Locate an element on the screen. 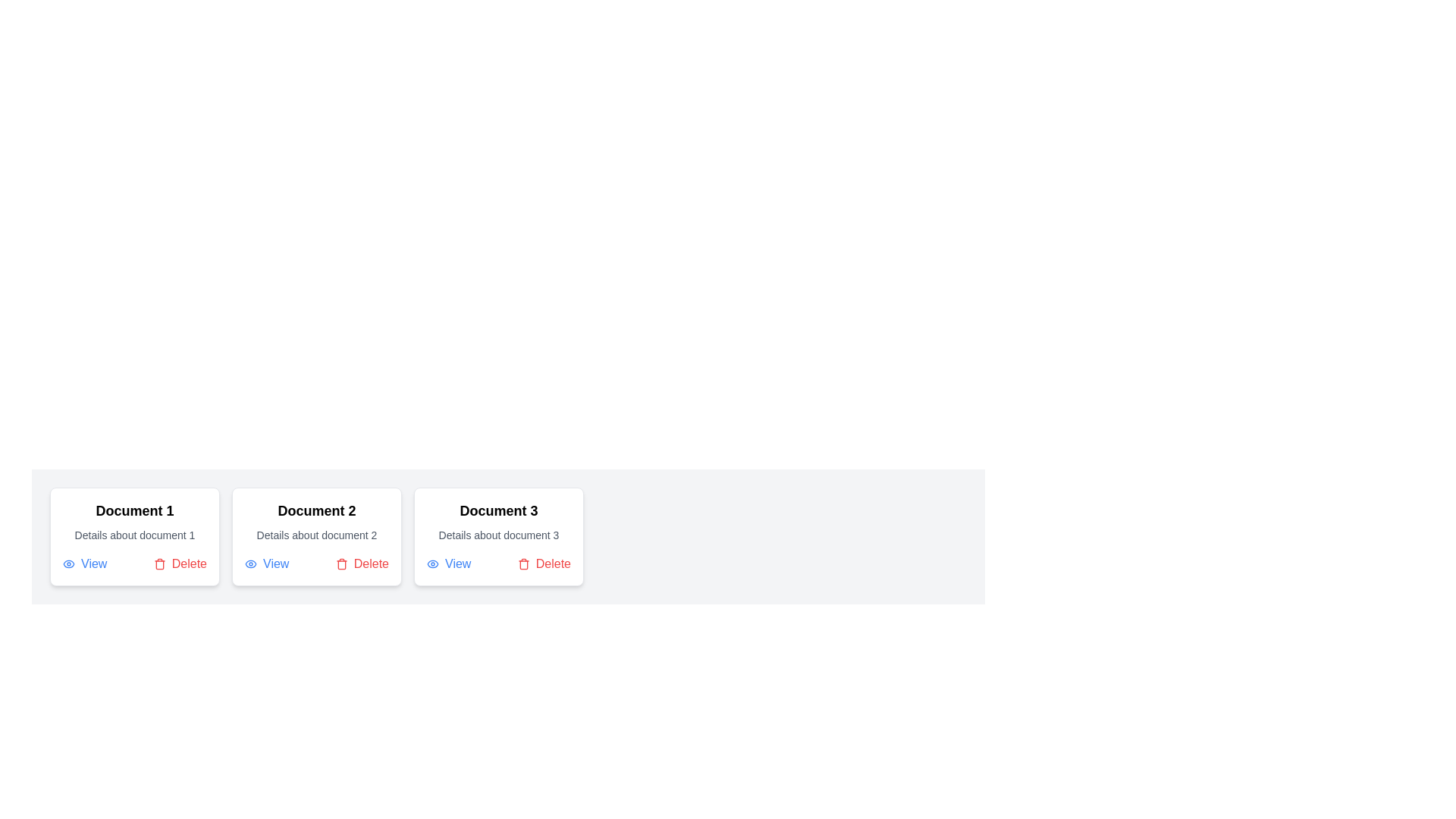 The width and height of the screenshot is (1456, 819). the descriptive text label located below the title 'Document 3' in the card for 'Document 3' is located at coordinates (498, 534).